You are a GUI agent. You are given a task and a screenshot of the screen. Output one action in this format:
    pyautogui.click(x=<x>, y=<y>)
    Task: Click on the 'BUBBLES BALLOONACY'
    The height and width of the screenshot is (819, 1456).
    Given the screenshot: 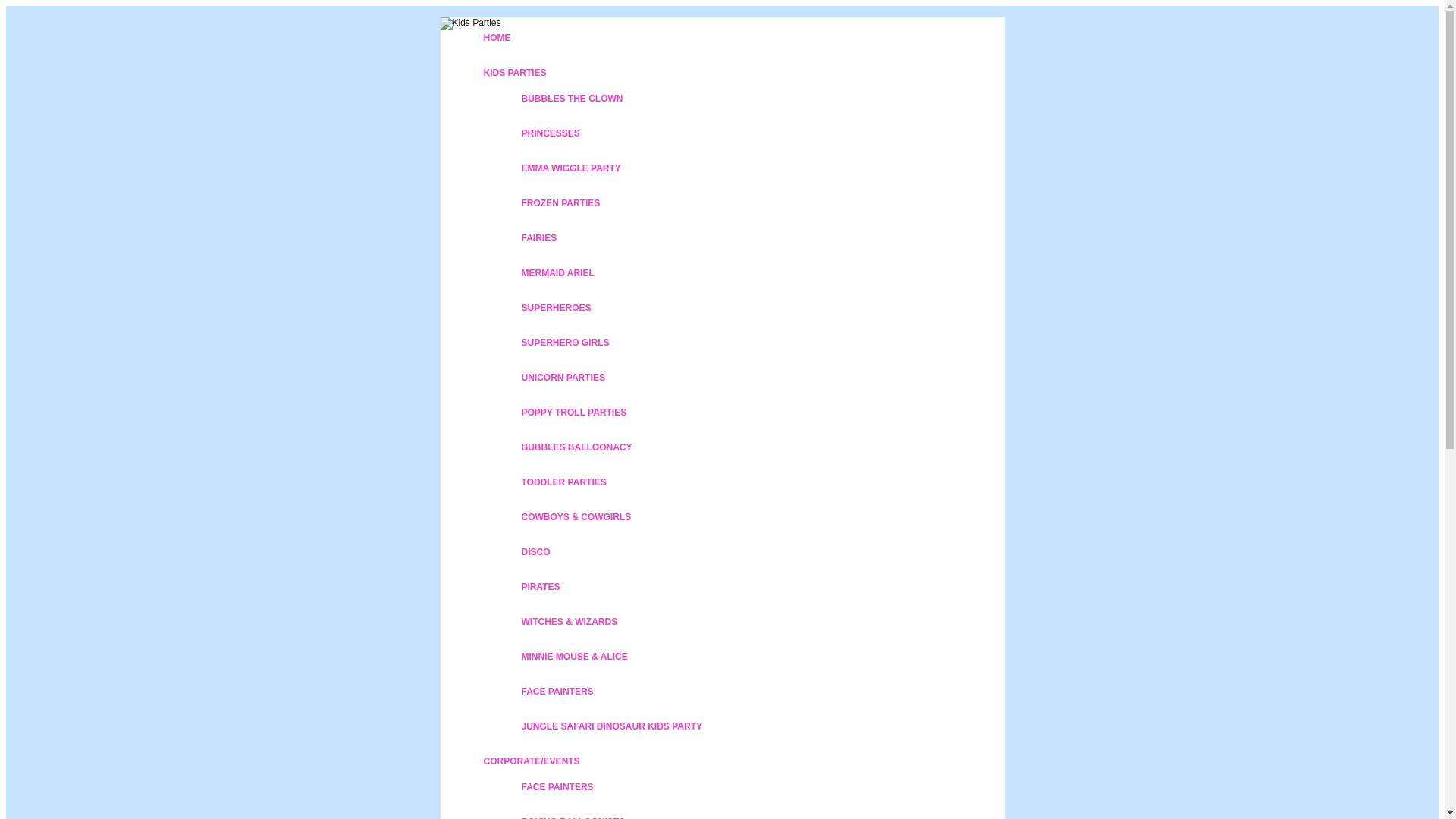 What is the action you would take?
    pyautogui.click(x=575, y=447)
    